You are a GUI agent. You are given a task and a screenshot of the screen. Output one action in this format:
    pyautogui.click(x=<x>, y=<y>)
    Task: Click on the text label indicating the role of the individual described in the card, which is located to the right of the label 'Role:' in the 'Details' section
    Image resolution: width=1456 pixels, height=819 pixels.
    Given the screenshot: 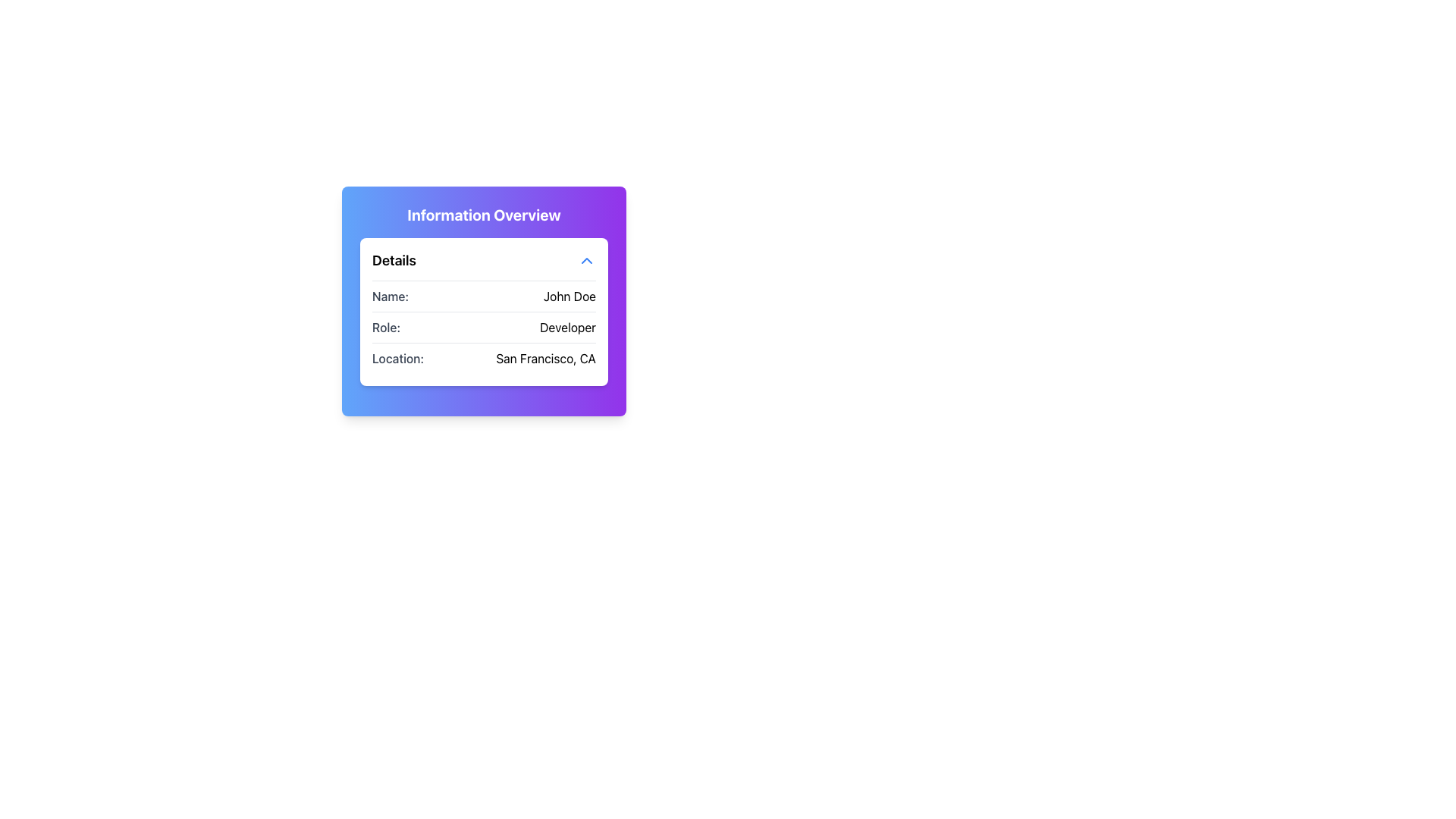 What is the action you would take?
    pyautogui.click(x=567, y=327)
    